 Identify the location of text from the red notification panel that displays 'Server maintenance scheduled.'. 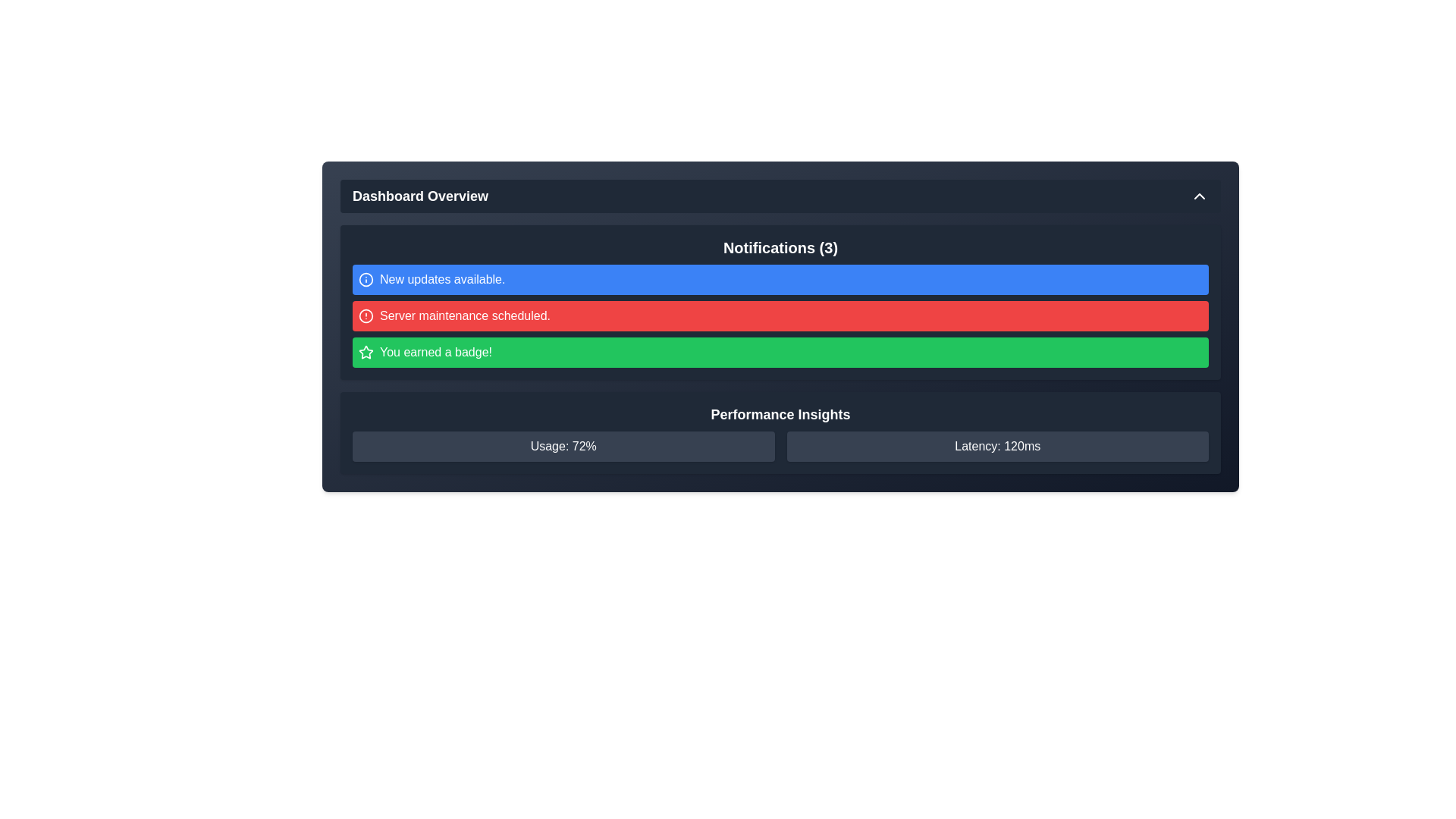
(464, 315).